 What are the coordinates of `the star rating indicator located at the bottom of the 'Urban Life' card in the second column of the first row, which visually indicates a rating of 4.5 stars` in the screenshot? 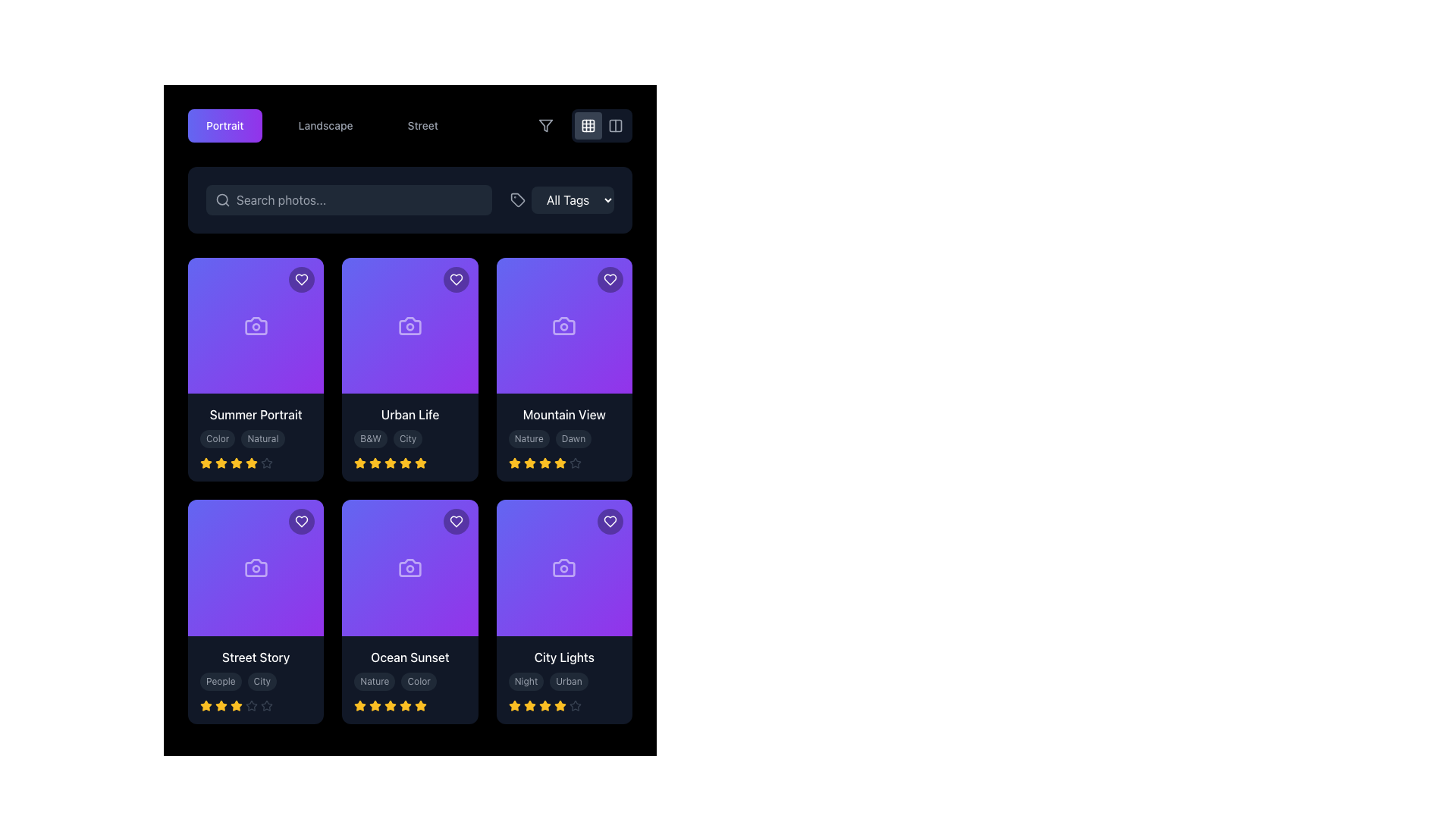 It's located at (410, 463).